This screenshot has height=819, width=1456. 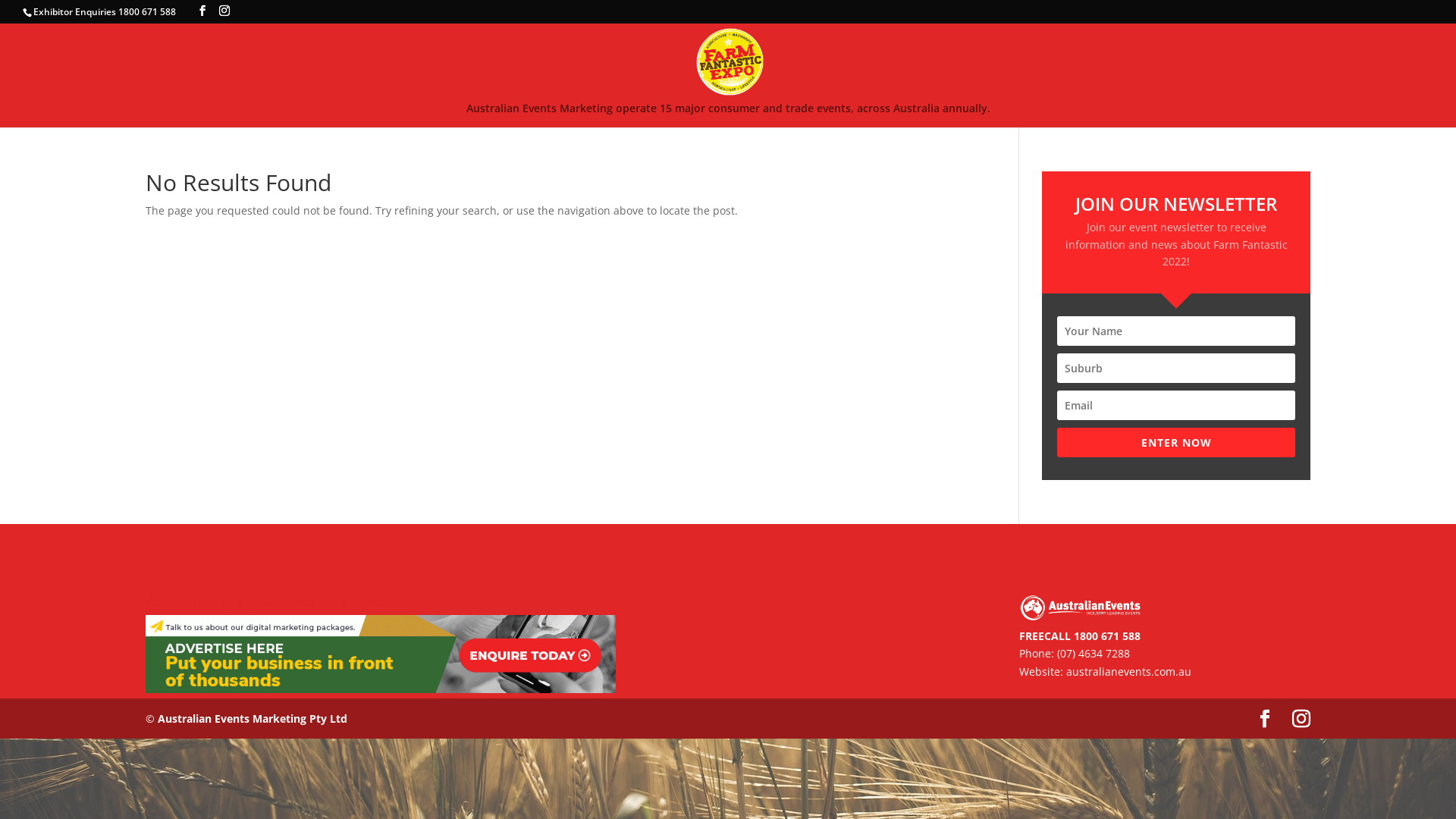 I want to click on '(07) 4634 7288', so click(x=1093, y=652).